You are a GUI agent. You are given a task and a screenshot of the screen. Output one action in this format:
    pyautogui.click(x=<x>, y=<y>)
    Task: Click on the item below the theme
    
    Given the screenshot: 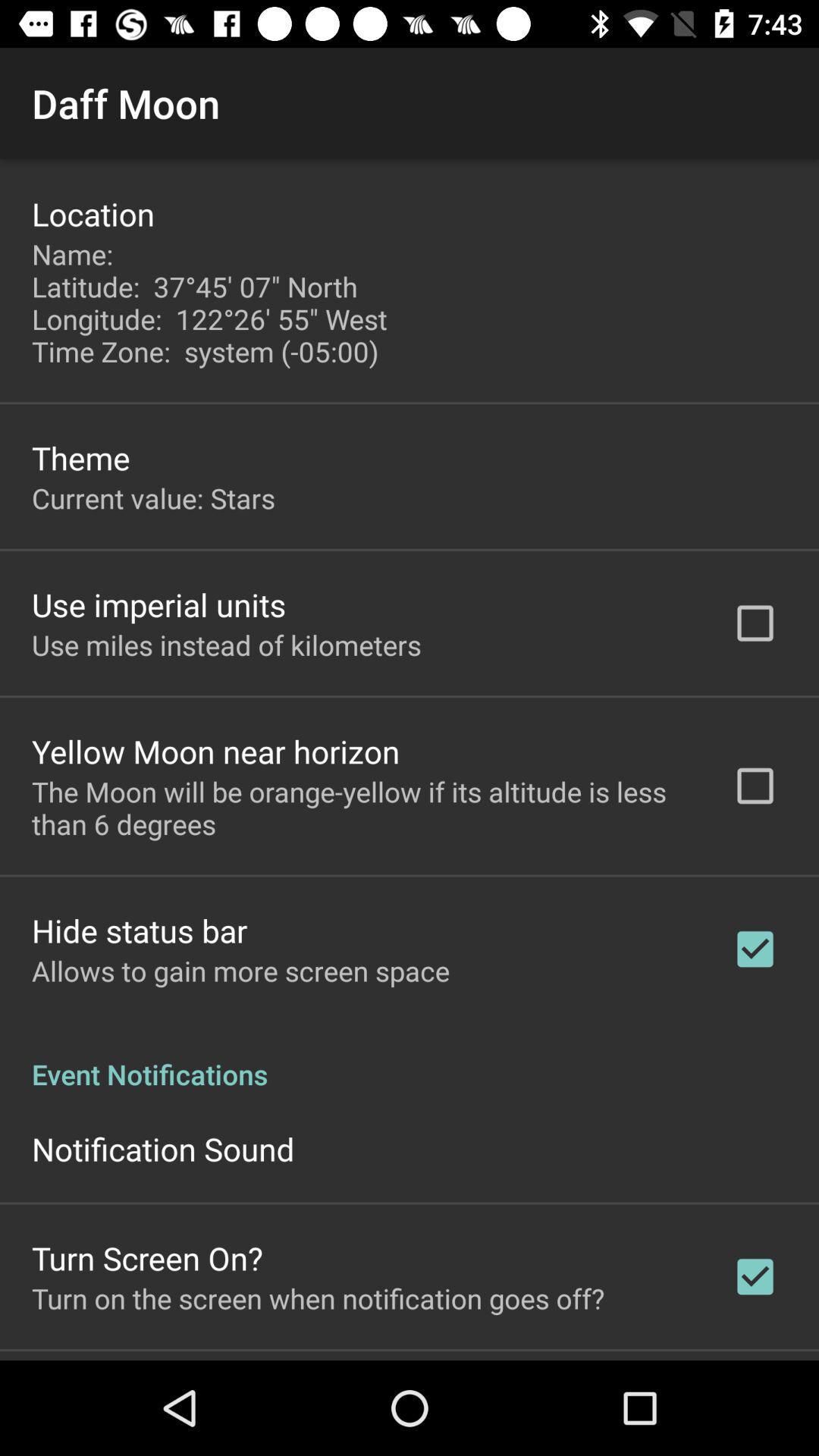 What is the action you would take?
    pyautogui.click(x=153, y=498)
    